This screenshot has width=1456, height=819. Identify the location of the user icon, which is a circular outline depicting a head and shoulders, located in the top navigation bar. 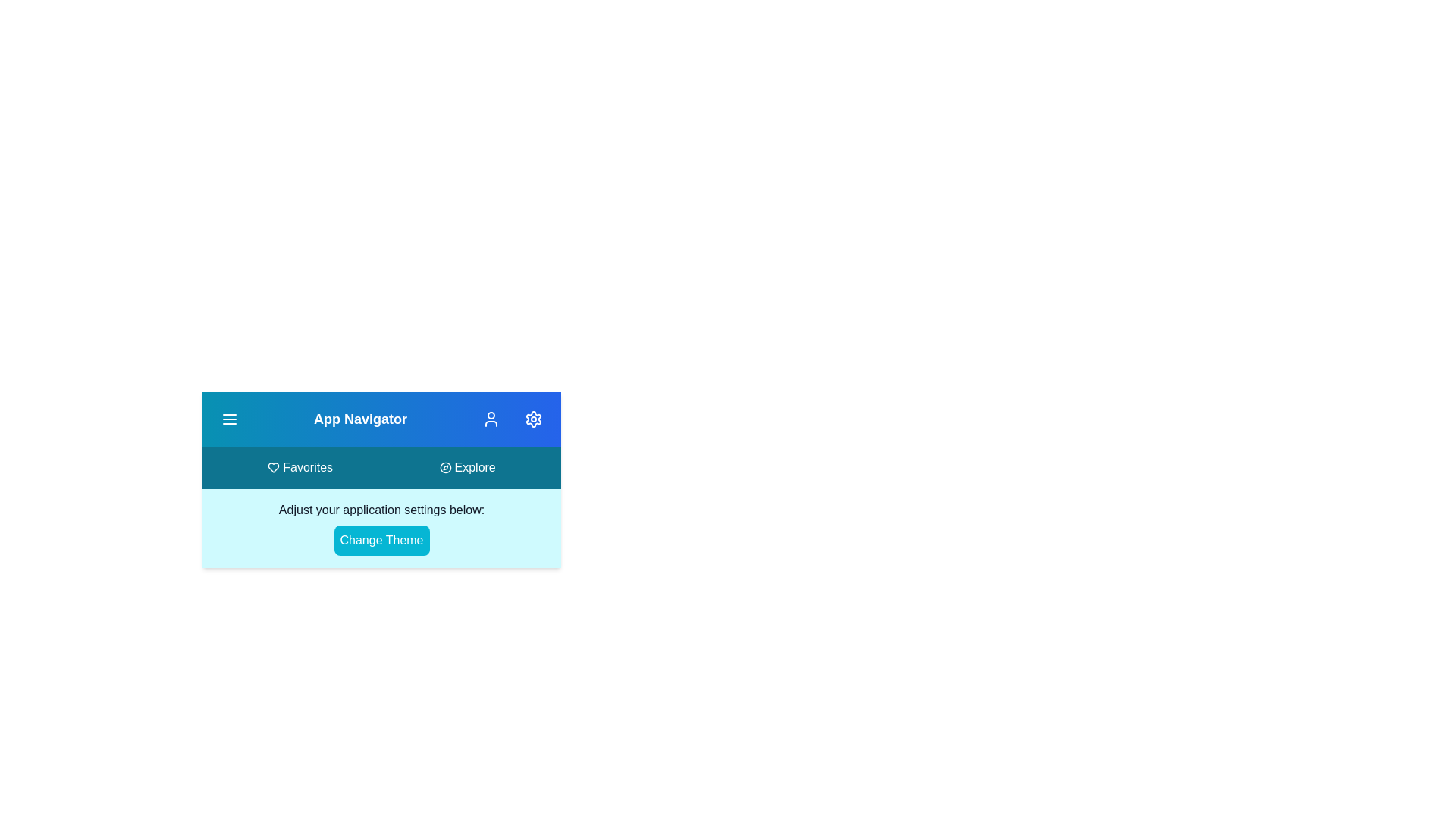
(491, 419).